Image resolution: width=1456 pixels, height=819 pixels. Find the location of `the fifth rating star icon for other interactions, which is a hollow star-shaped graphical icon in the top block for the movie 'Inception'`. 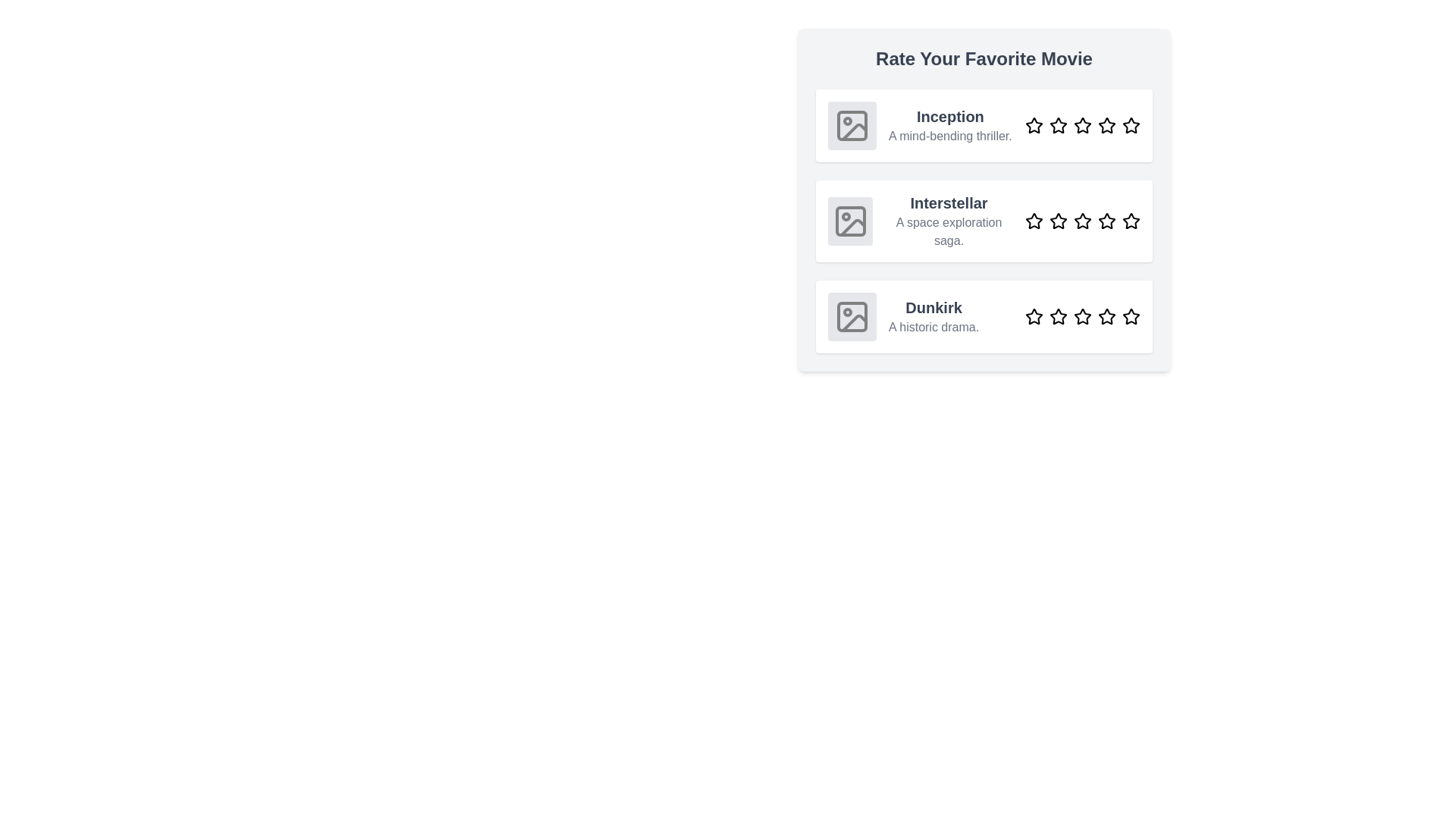

the fifth rating star icon for other interactions, which is a hollow star-shaped graphical icon in the top block for the movie 'Inception' is located at coordinates (1131, 124).